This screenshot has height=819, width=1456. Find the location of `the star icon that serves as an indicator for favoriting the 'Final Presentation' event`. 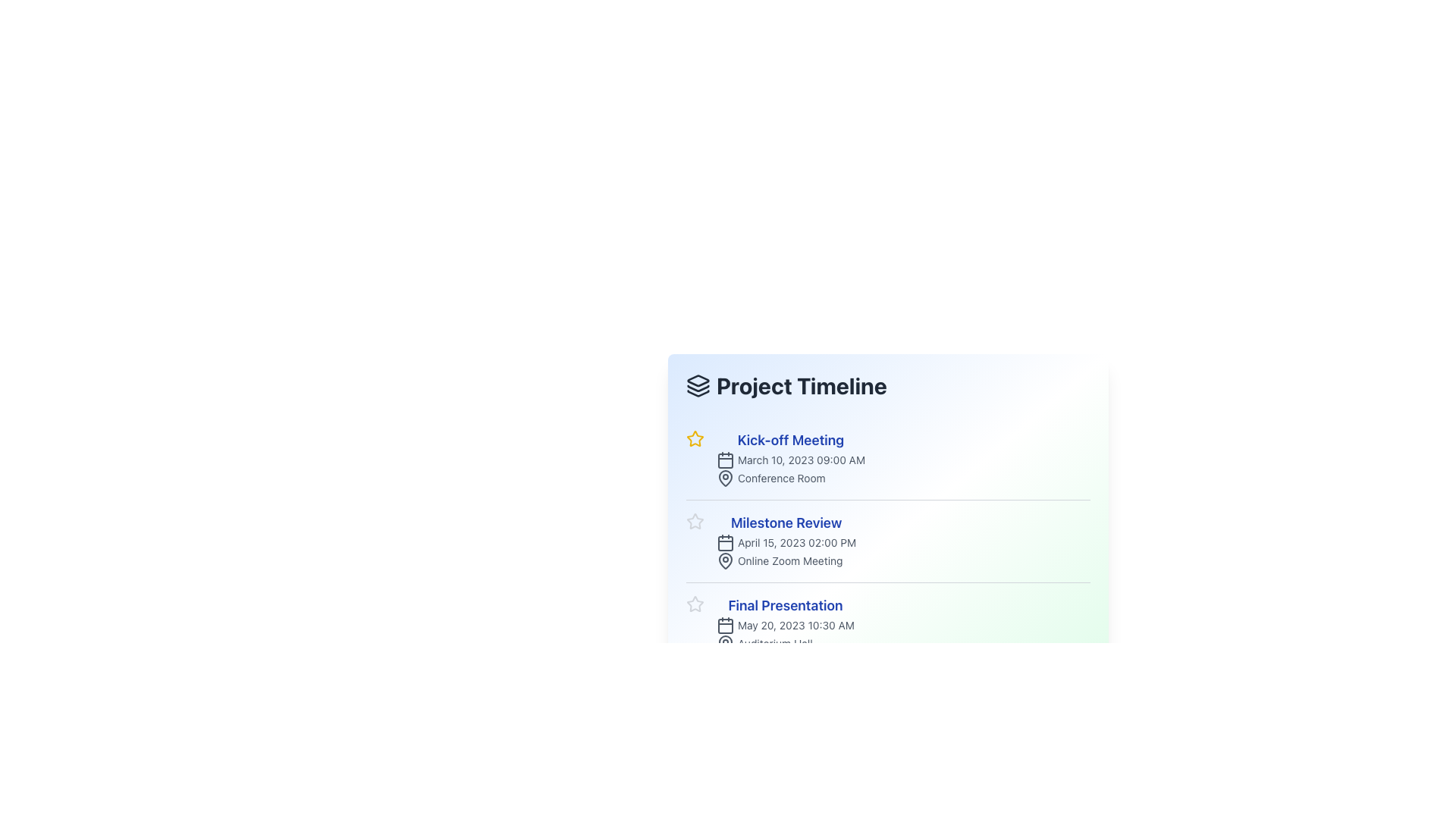

the star icon that serves as an indicator for favoriting the 'Final Presentation' event is located at coordinates (694, 604).